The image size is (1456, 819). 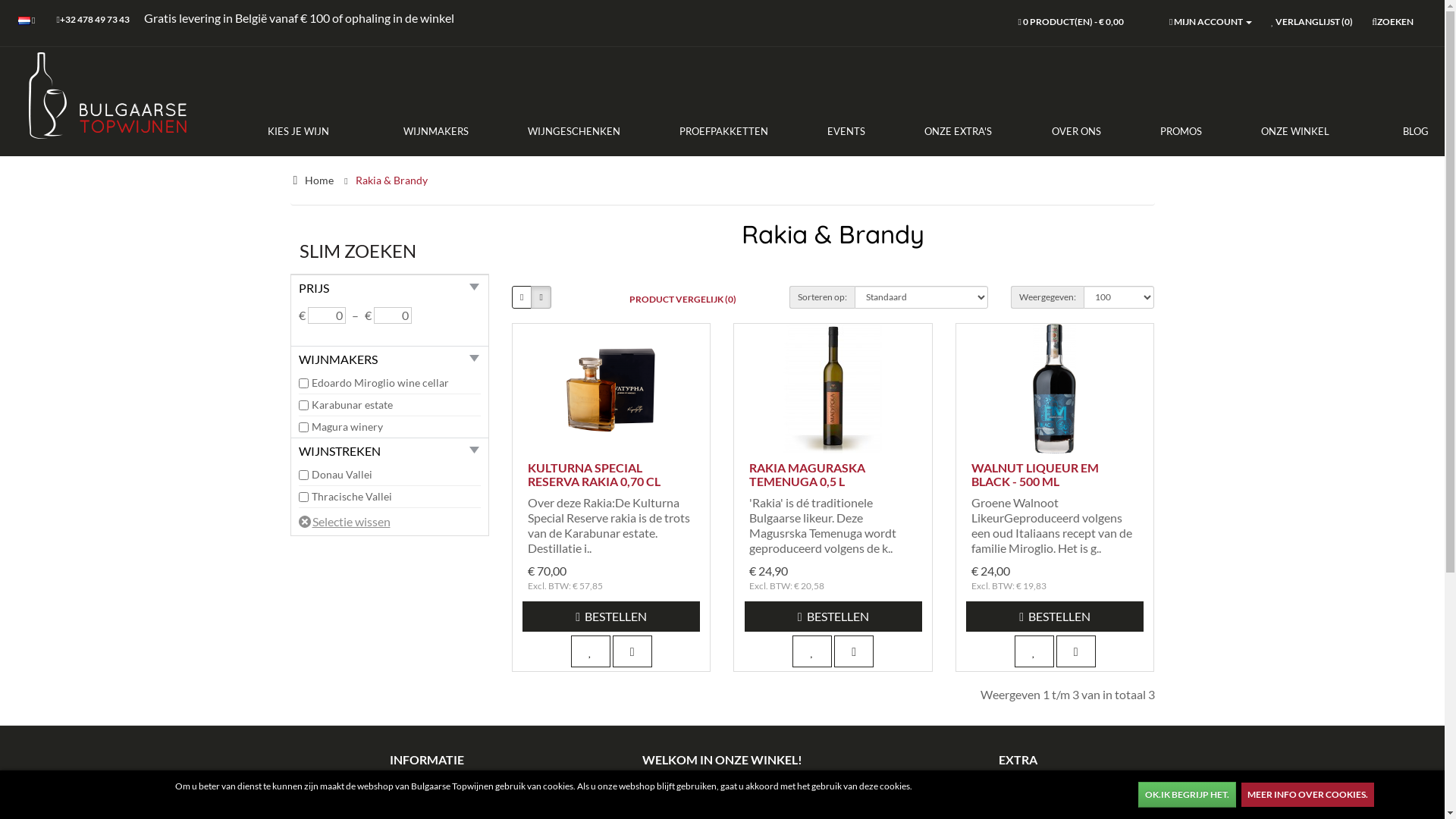 What do you see at coordinates (1210, 23) in the screenshot?
I see `'MIJN ACCOUNT'` at bounding box center [1210, 23].